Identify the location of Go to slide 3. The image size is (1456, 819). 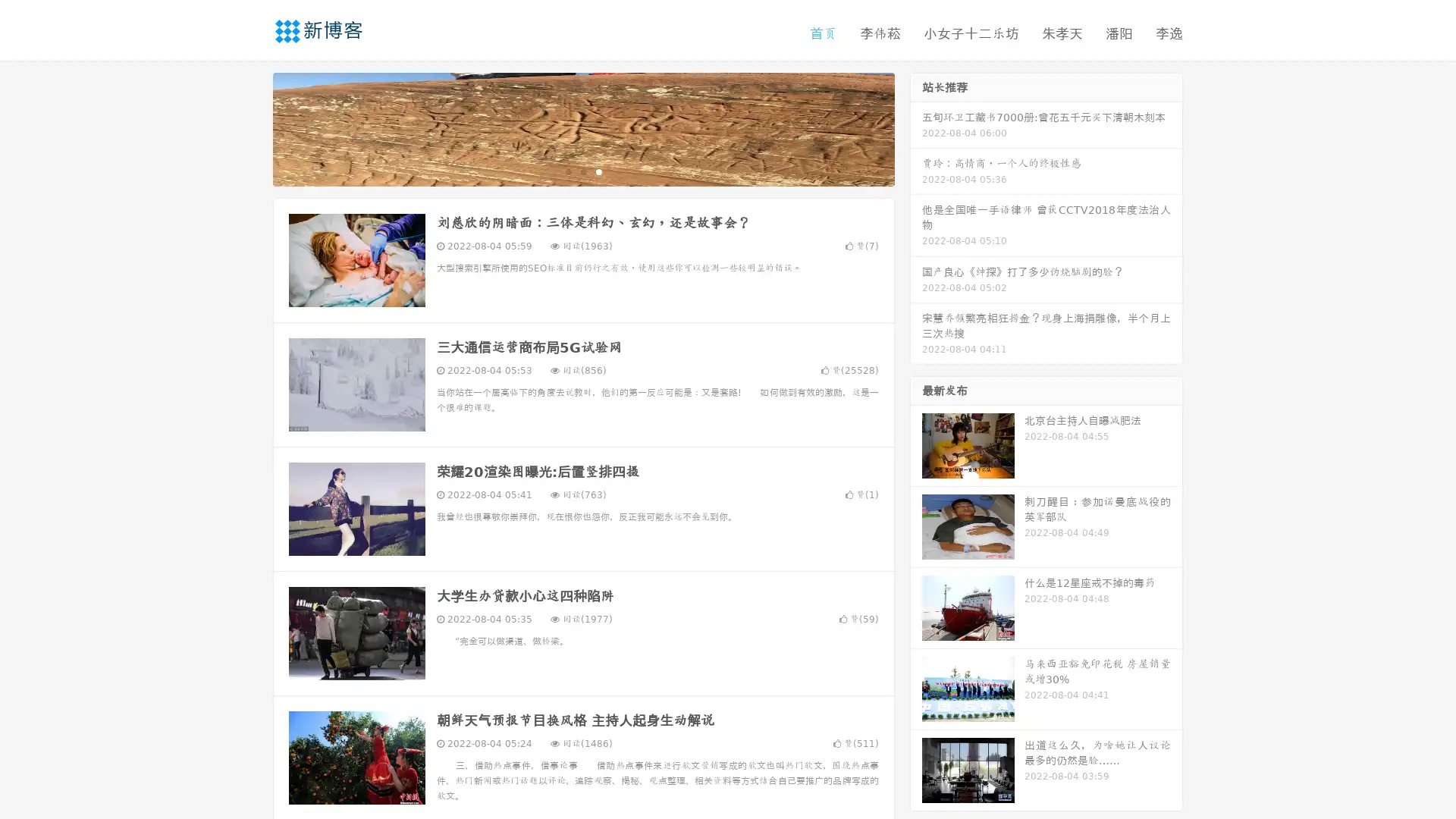
(598, 171).